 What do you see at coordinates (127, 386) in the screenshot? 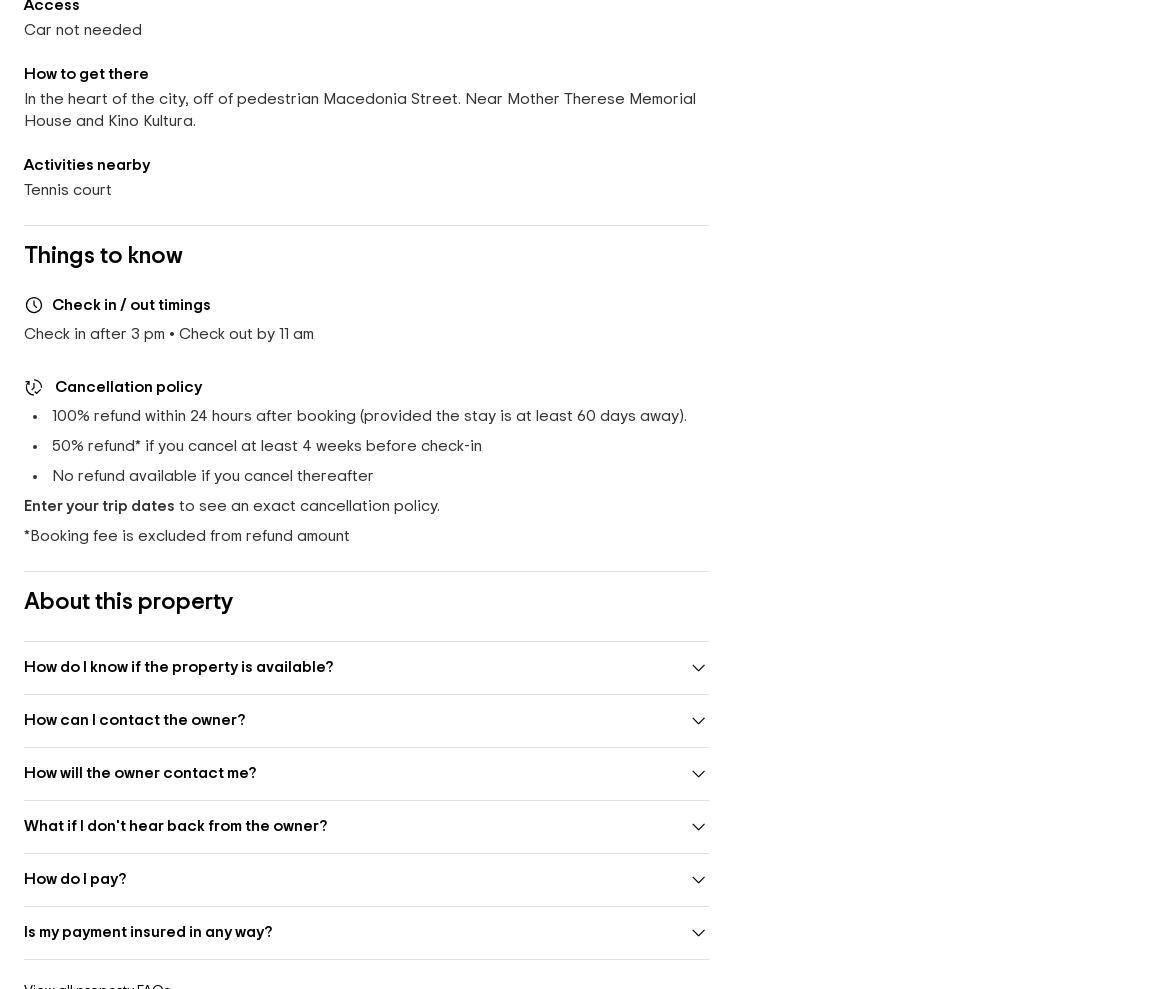
I see `'Cancellation policy'` at bounding box center [127, 386].